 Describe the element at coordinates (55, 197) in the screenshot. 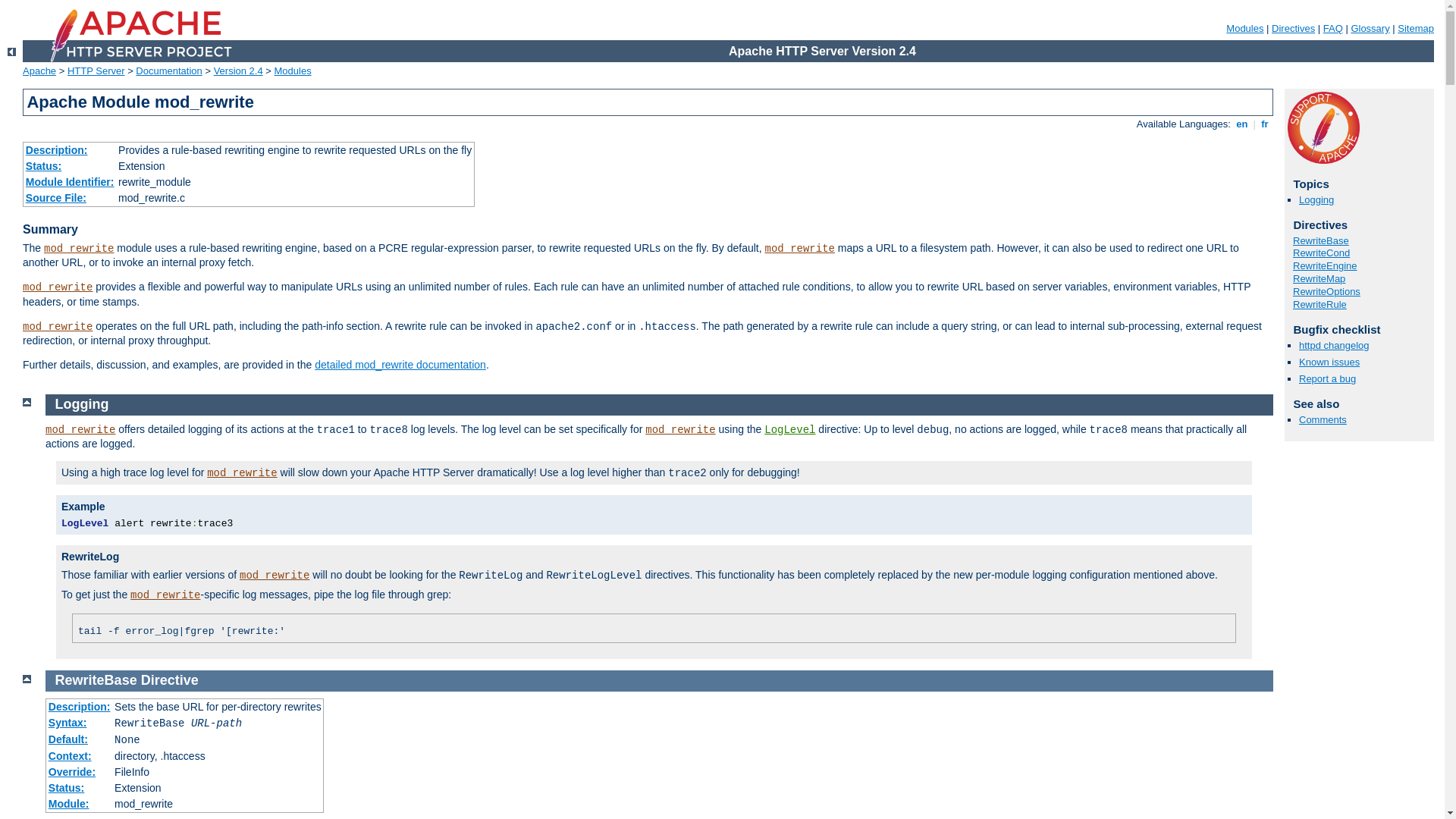

I see `'Source File:'` at that location.